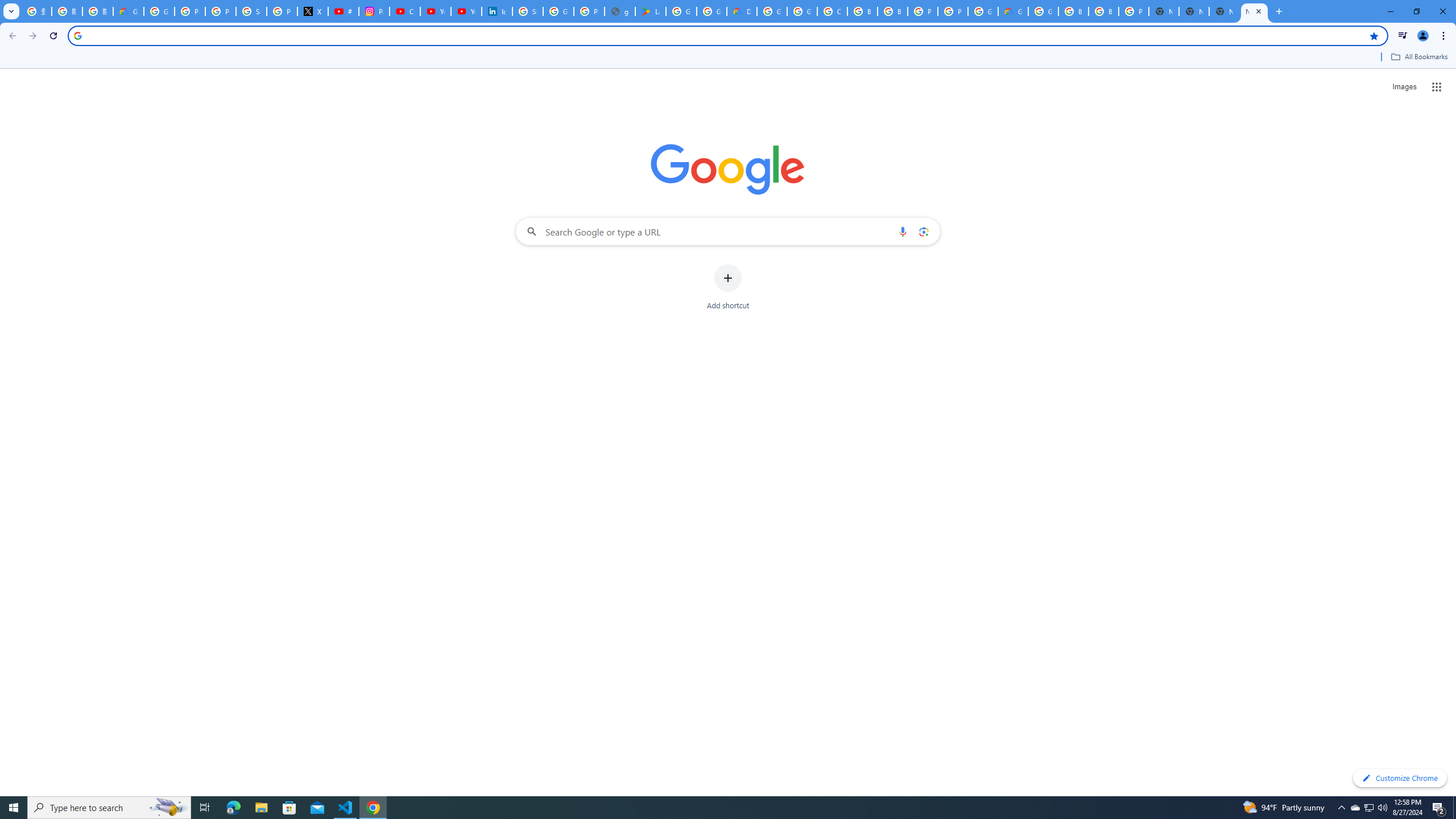 The image size is (1456, 819). What do you see at coordinates (343, 11) in the screenshot?
I see `'#nbabasketballhighlights - YouTube'` at bounding box center [343, 11].